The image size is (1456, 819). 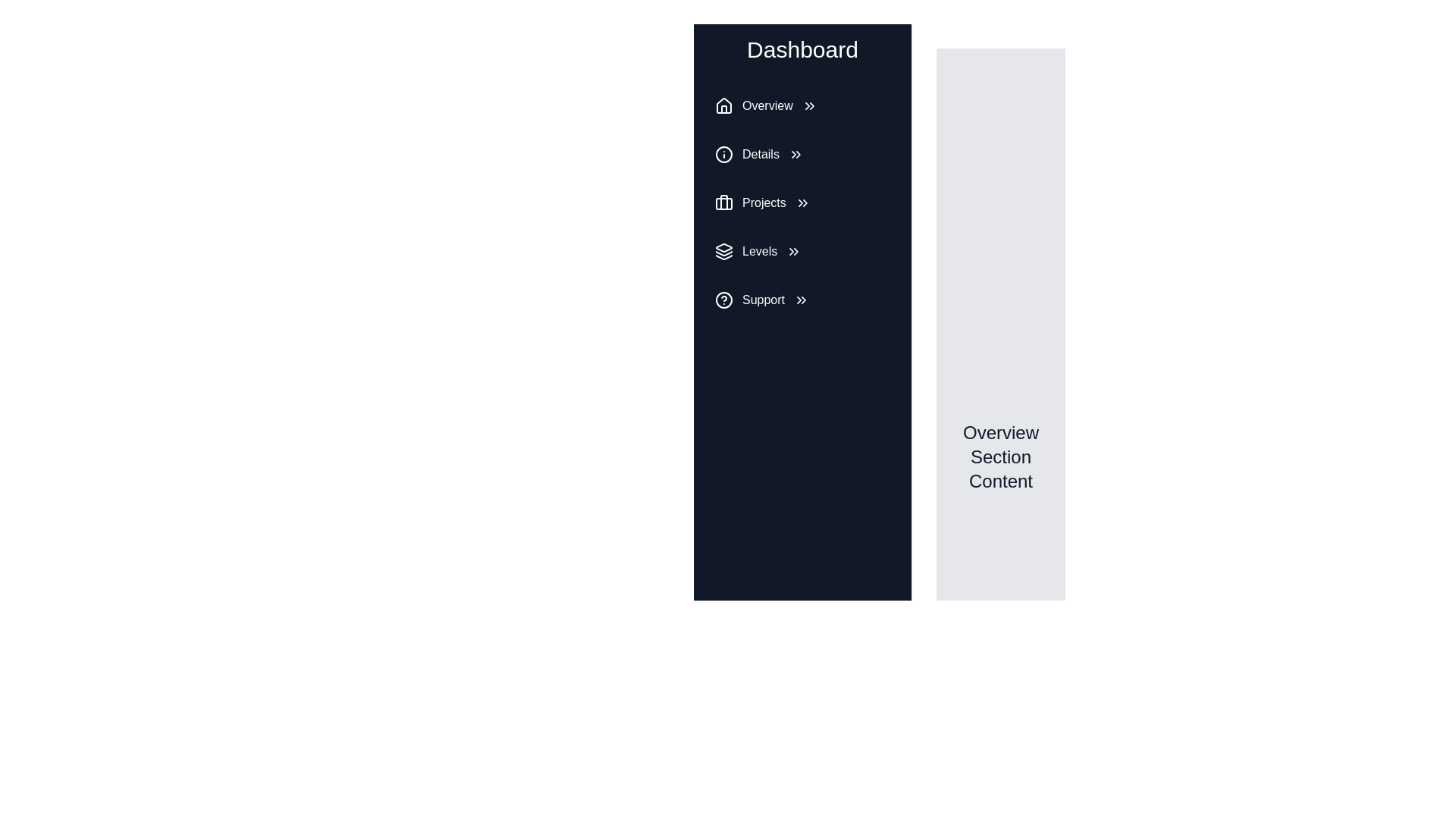 What do you see at coordinates (723, 203) in the screenshot?
I see `the SVG rectangle shape that represents the 'Projects' section within the briefcase icon in the left sidebar of the interface, located between 'Details' and 'Levels'` at bounding box center [723, 203].